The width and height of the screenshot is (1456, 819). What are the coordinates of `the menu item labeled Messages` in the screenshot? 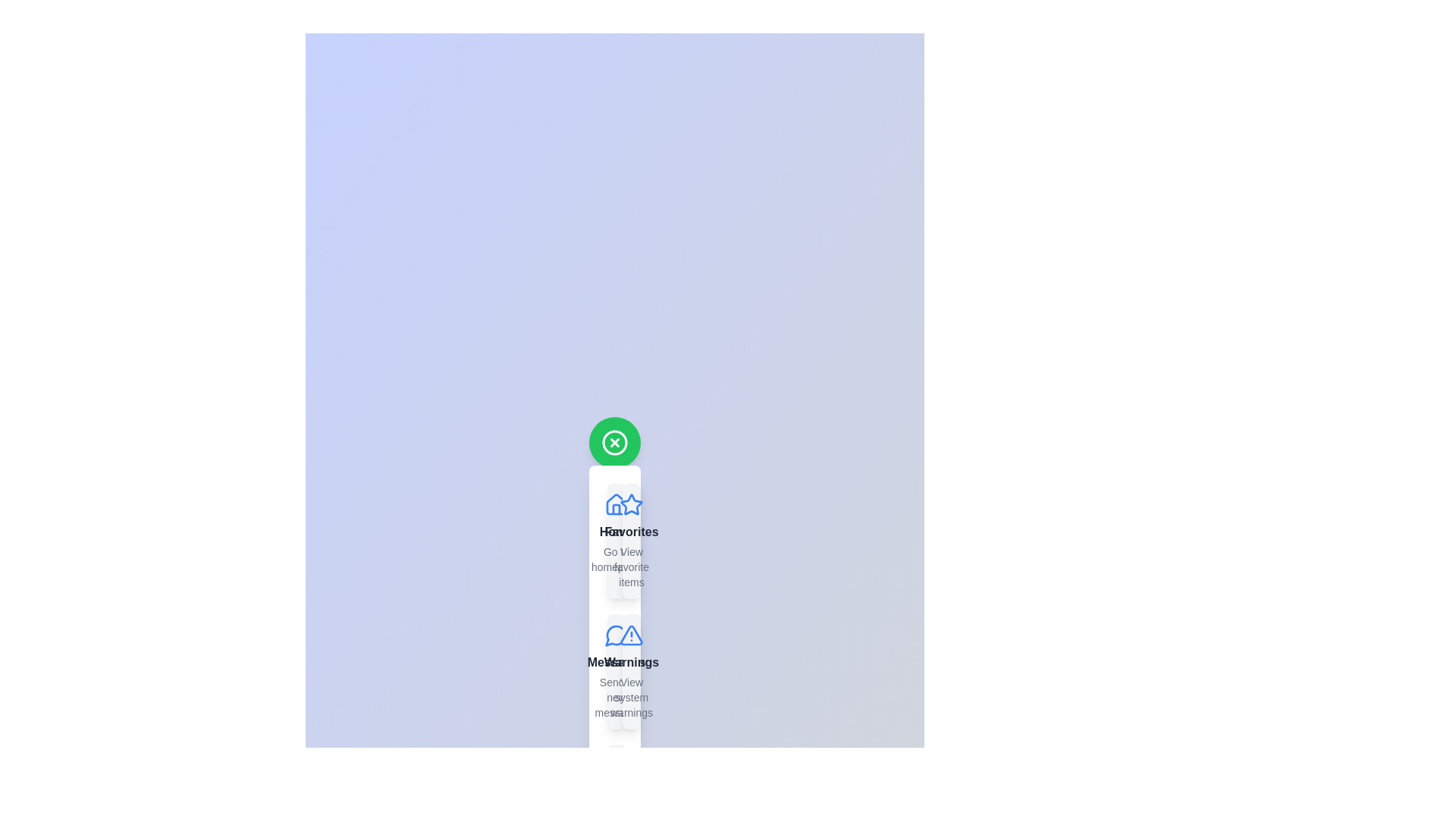 It's located at (616, 671).